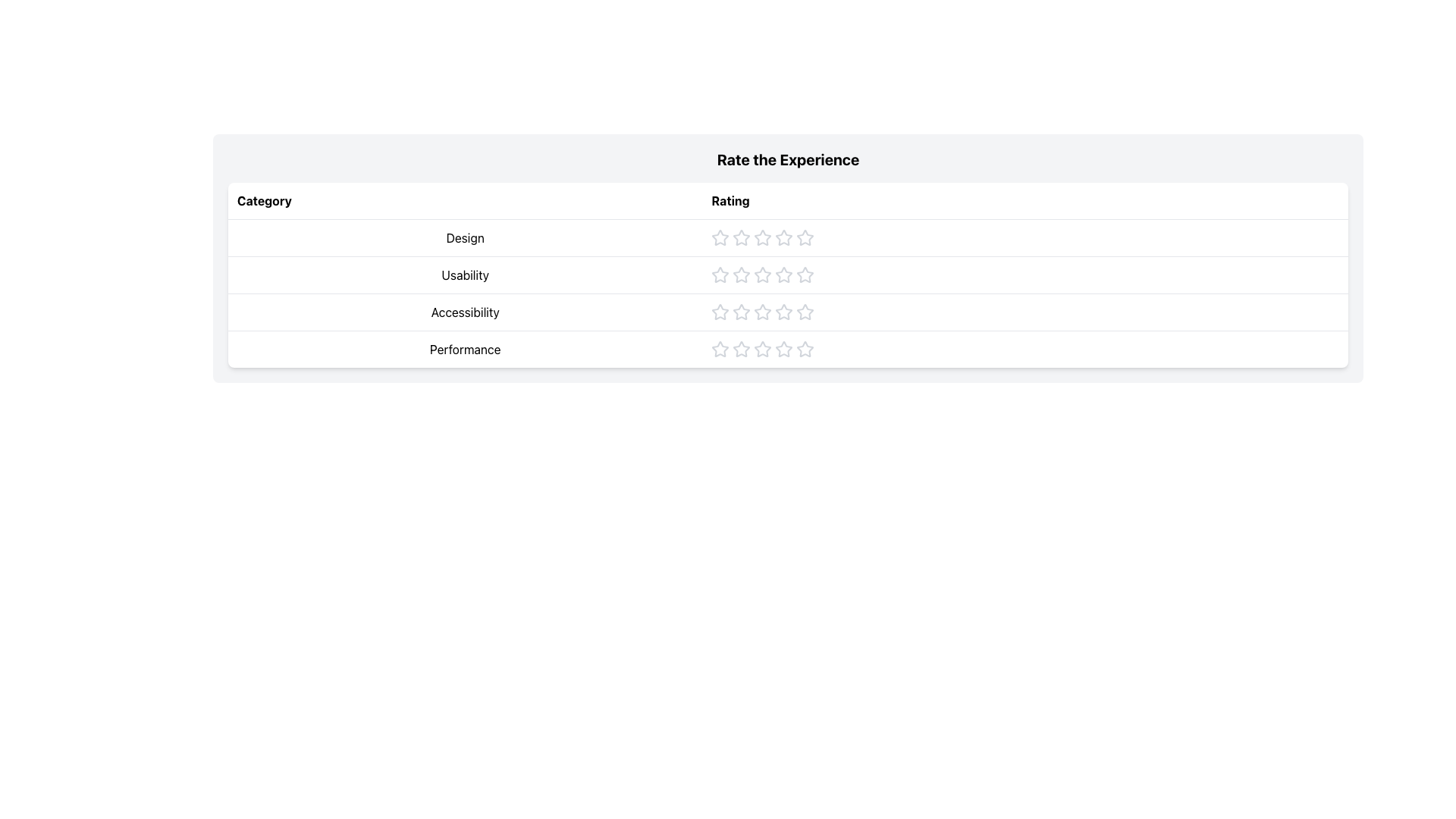 The height and width of the screenshot is (819, 1456). I want to click on an individual star in the Rating Row for the 'Rate the Experience' section, specifically located in the third row of the table aligned with the 'Accessibility' row, so click(1025, 312).